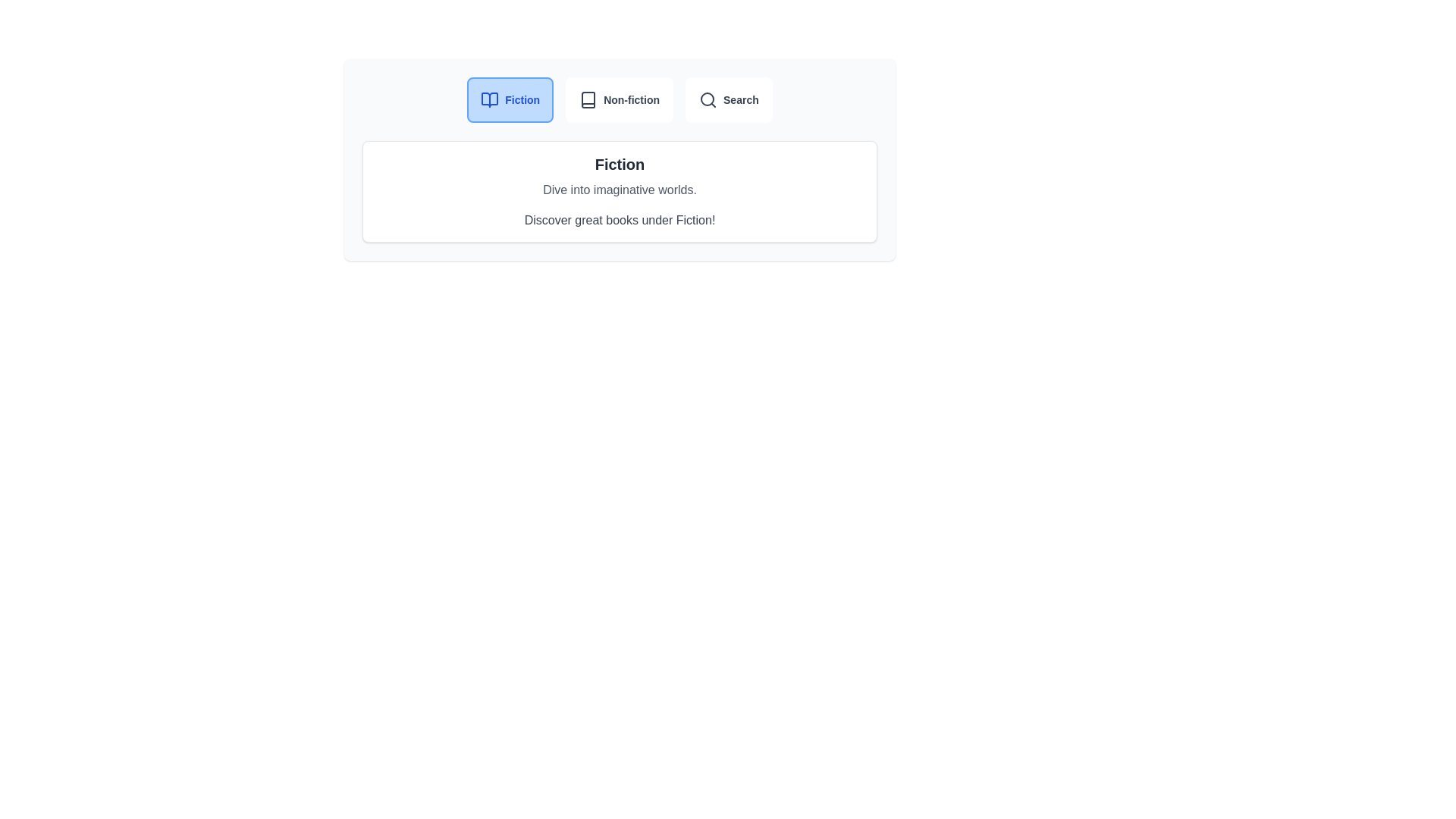  Describe the element at coordinates (632, 99) in the screenshot. I see `the 'Non-fiction' label in the navigation menu` at that location.